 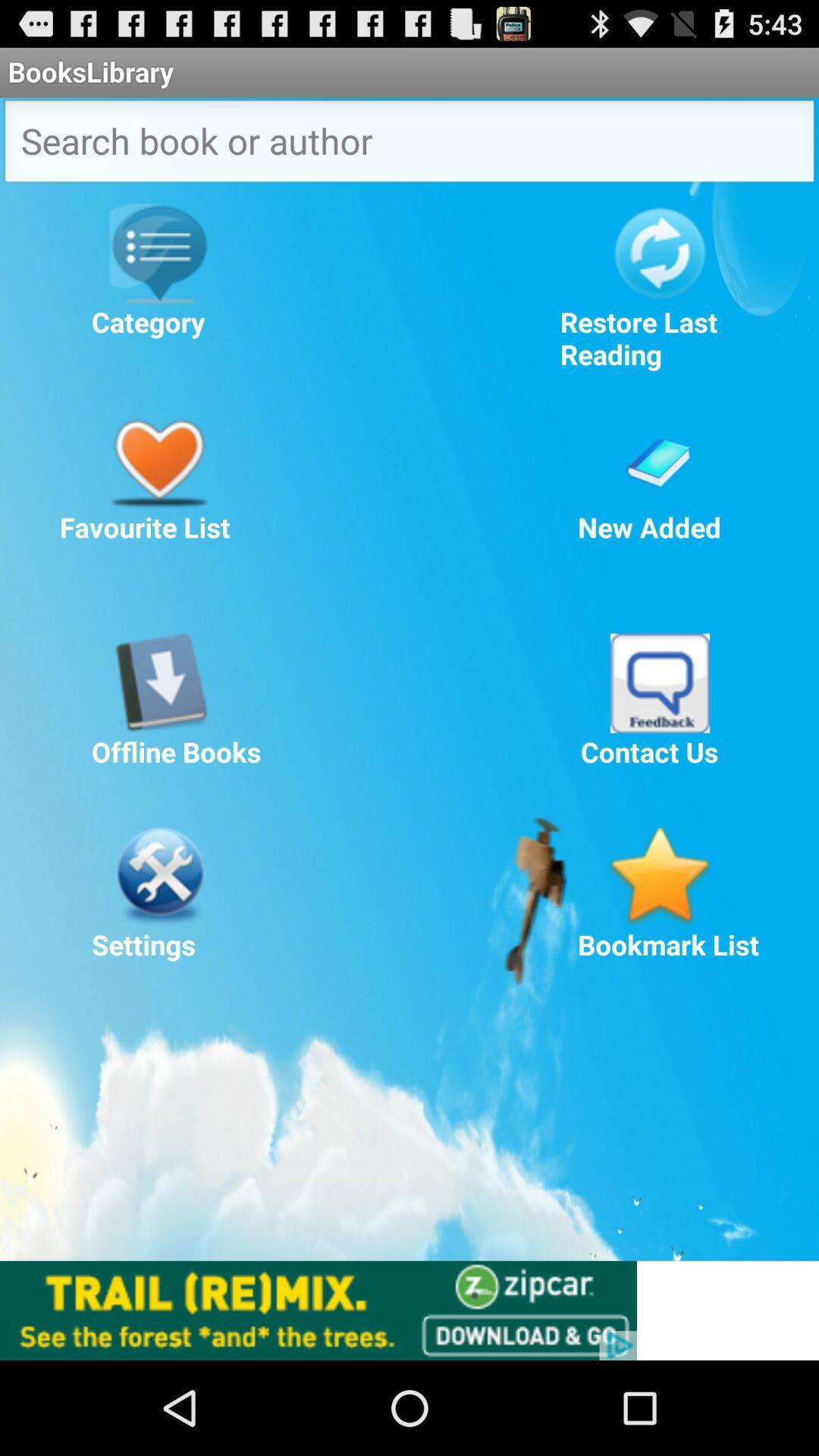 I want to click on the avatar icon, so click(x=659, y=731).